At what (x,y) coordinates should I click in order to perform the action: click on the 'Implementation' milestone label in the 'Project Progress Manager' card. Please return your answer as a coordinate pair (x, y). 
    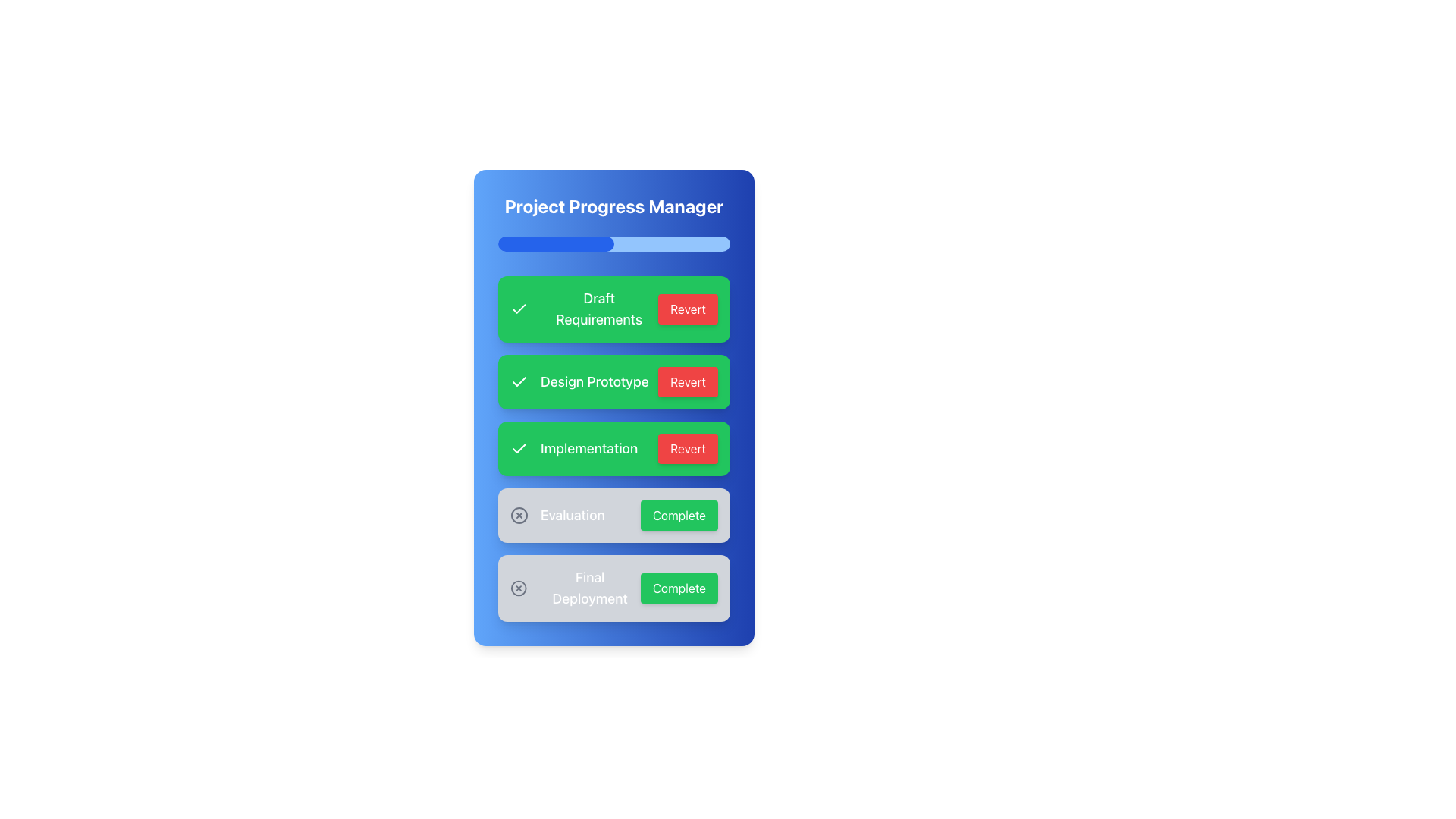
    Looking at the image, I should click on (614, 447).